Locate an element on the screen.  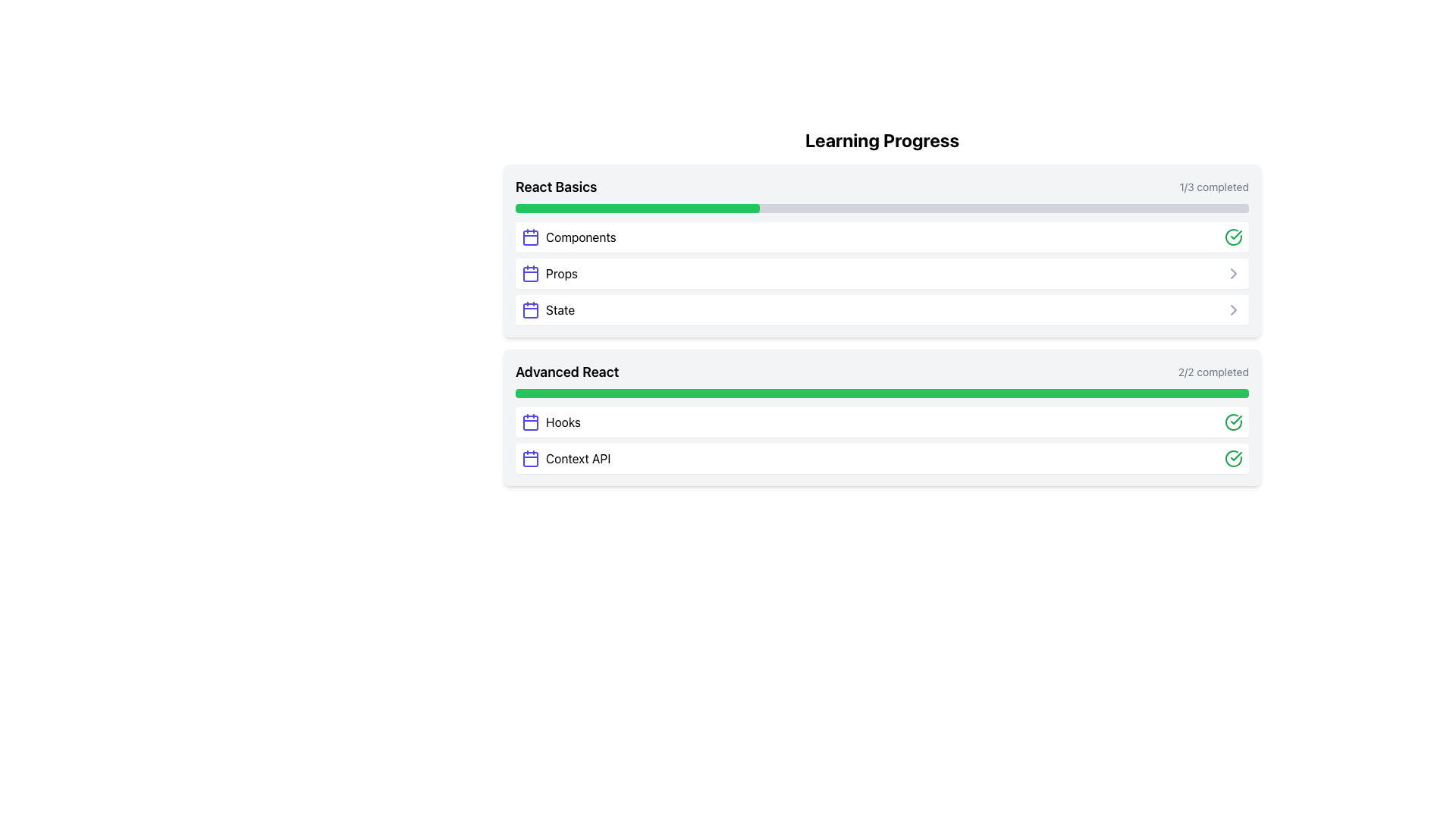
the text label indicating the completion progress of the 'React Basics' section in the 'Learning Progress' area is located at coordinates (1214, 186).